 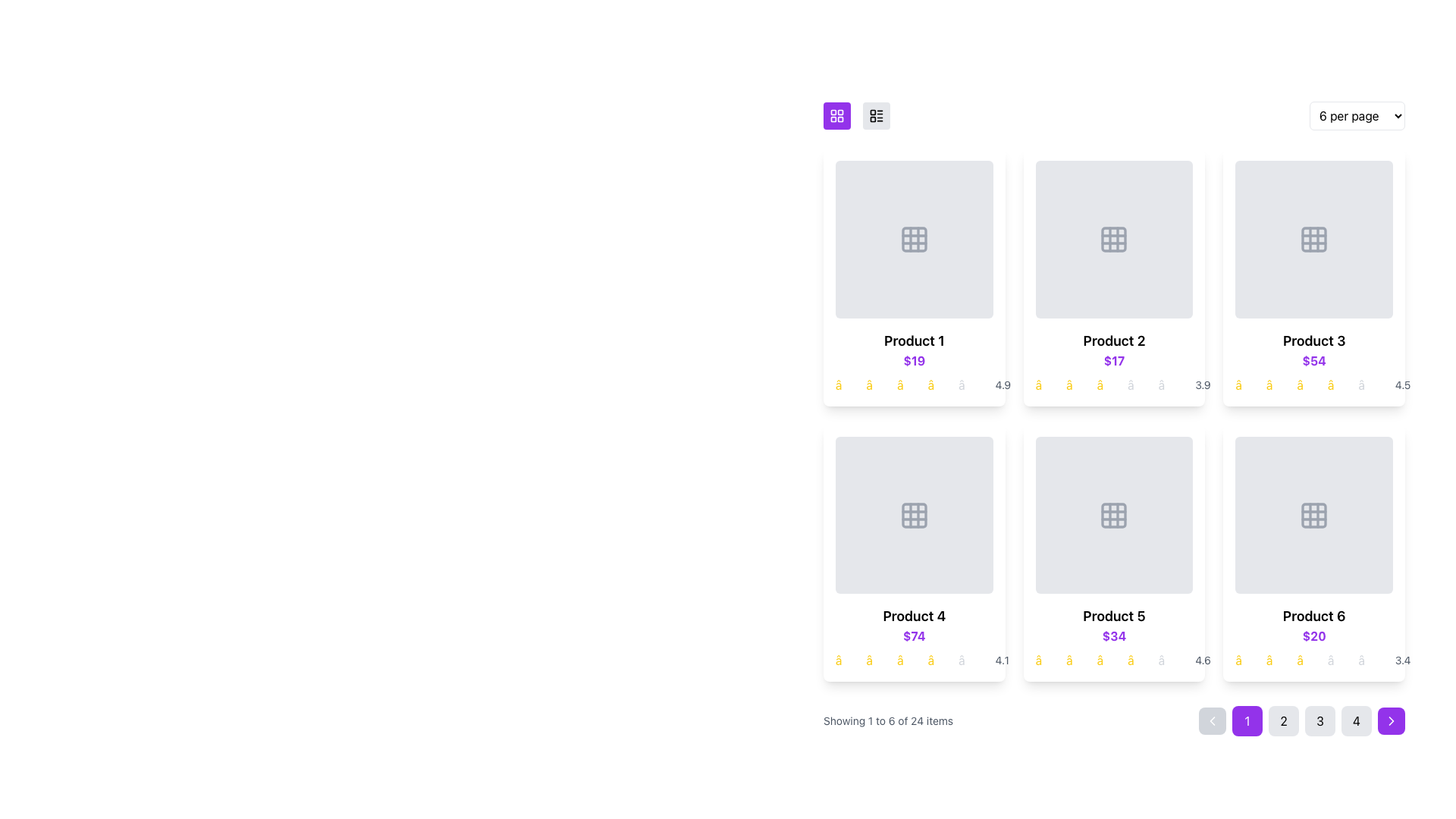 I want to click on to select or interact with the Information display card section, which provides an overview of the product including its name, price, and rating, located in the lower section of the third card in the second row, so click(x=913, y=638).